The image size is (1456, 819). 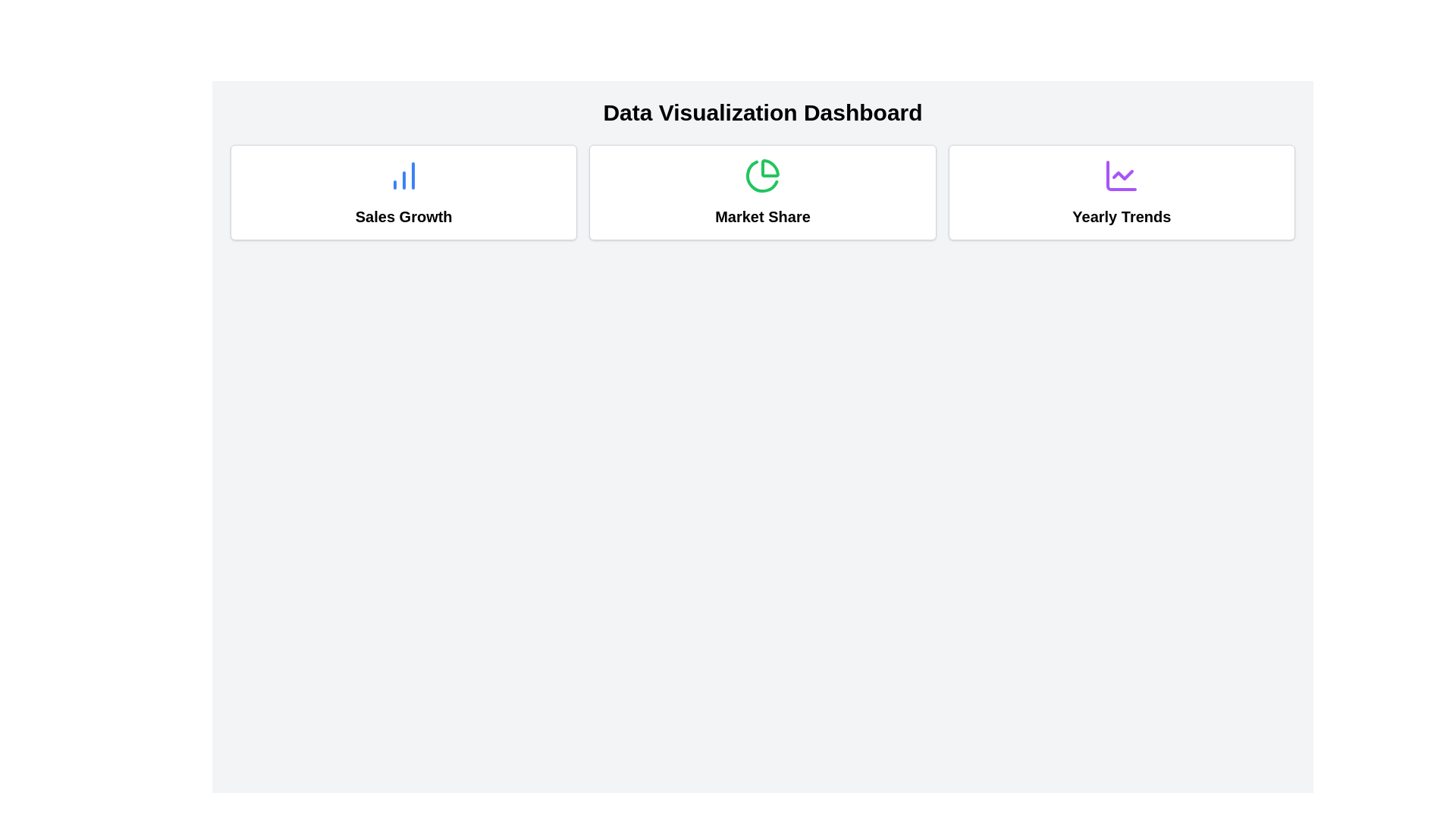 I want to click on the clickable card labeled 'Sales Growth', which features a blue bar chart icon at the top and bold text centered below it, so click(x=403, y=192).